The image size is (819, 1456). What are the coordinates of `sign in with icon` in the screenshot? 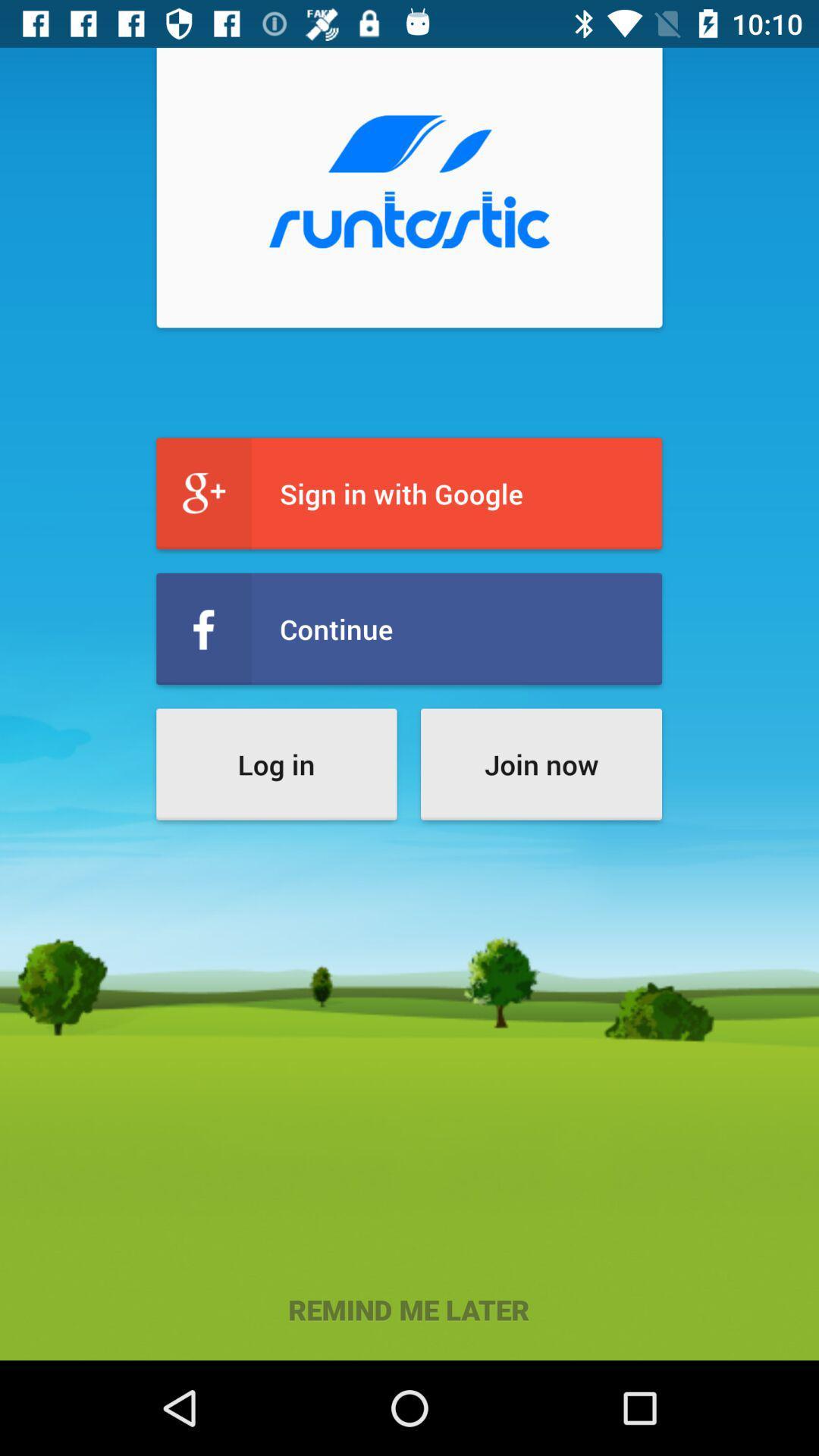 It's located at (408, 494).